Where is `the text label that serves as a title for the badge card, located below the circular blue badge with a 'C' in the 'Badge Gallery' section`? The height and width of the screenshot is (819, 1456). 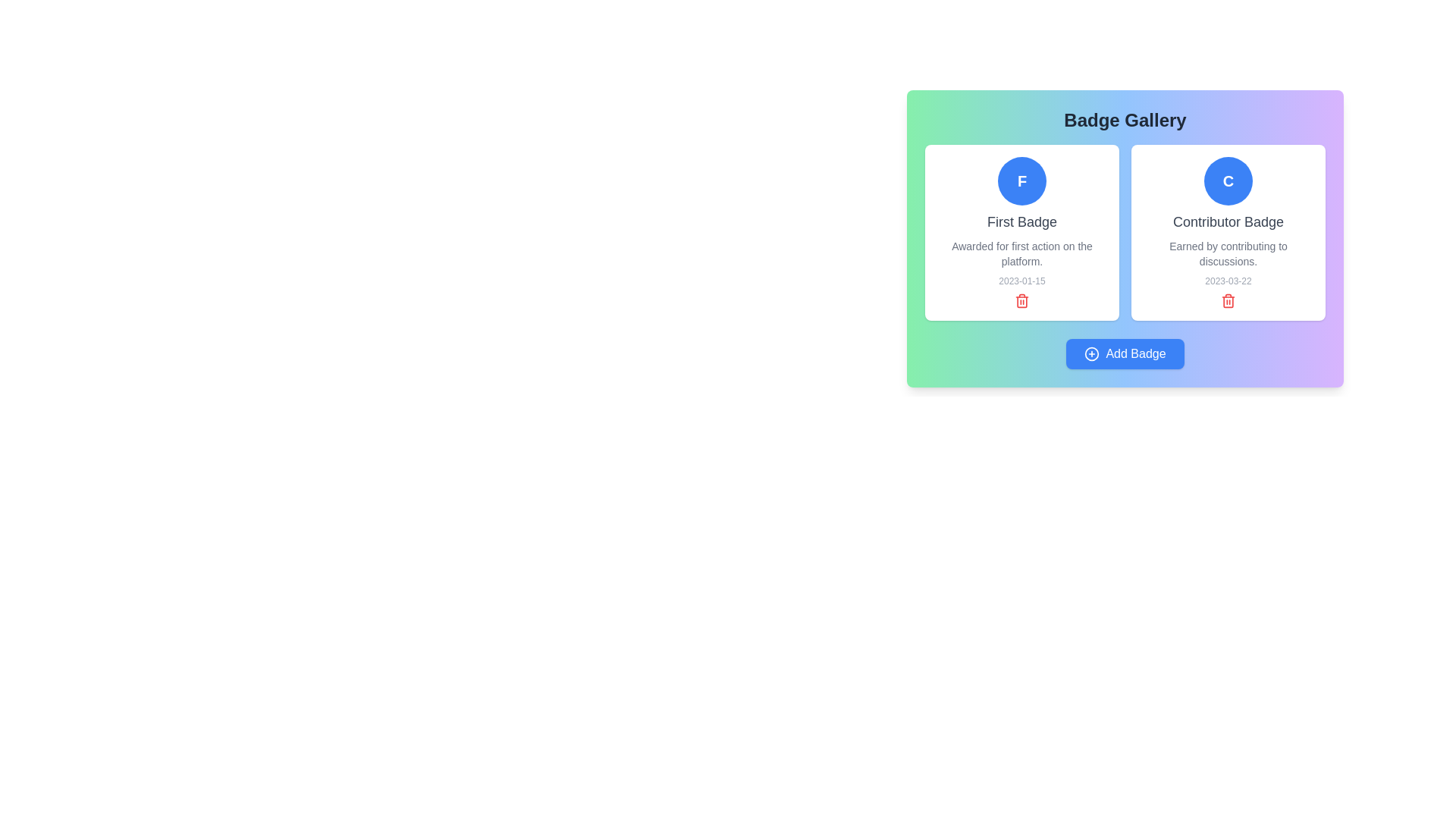 the text label that serves as a title for the badge card, located below the circular blue badge with a 'C' in the 'Badge Gallery' section is located at coordinates (1228, 222).